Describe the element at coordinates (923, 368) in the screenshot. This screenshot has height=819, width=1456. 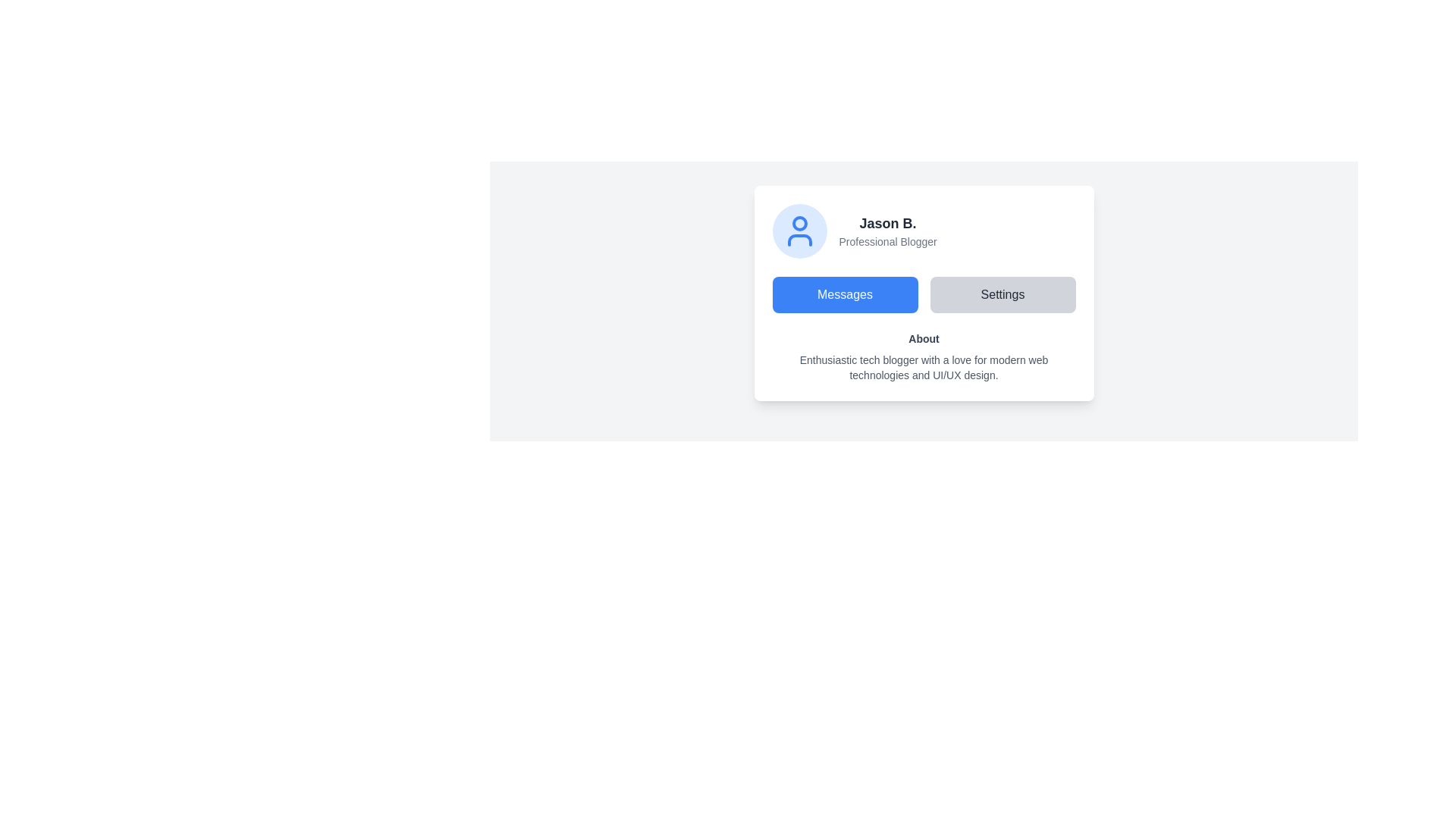
I see `text block that displays: 'Enthusiastic tech blogger with a love for modern web technologies and UI/UX design.' This block is styled in a smaller gray font and is located beneath the 'About' title in the profile section` at that location.